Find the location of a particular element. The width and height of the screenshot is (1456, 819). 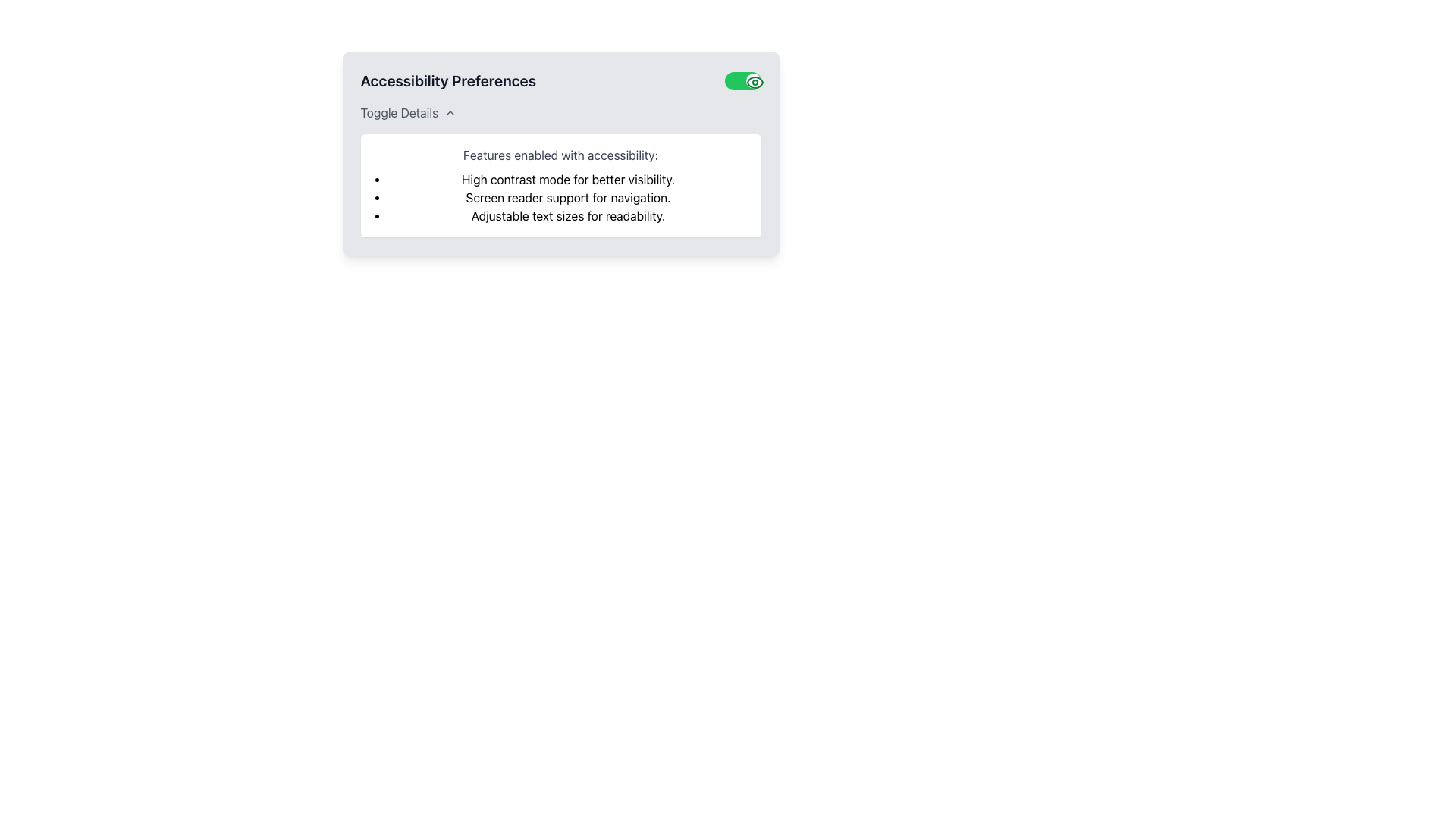

the third bullet-point list item that states 'Adjustable text sizes for readability' in the 'Accessibility Preferences' panel is located at coordinates (567, 216).